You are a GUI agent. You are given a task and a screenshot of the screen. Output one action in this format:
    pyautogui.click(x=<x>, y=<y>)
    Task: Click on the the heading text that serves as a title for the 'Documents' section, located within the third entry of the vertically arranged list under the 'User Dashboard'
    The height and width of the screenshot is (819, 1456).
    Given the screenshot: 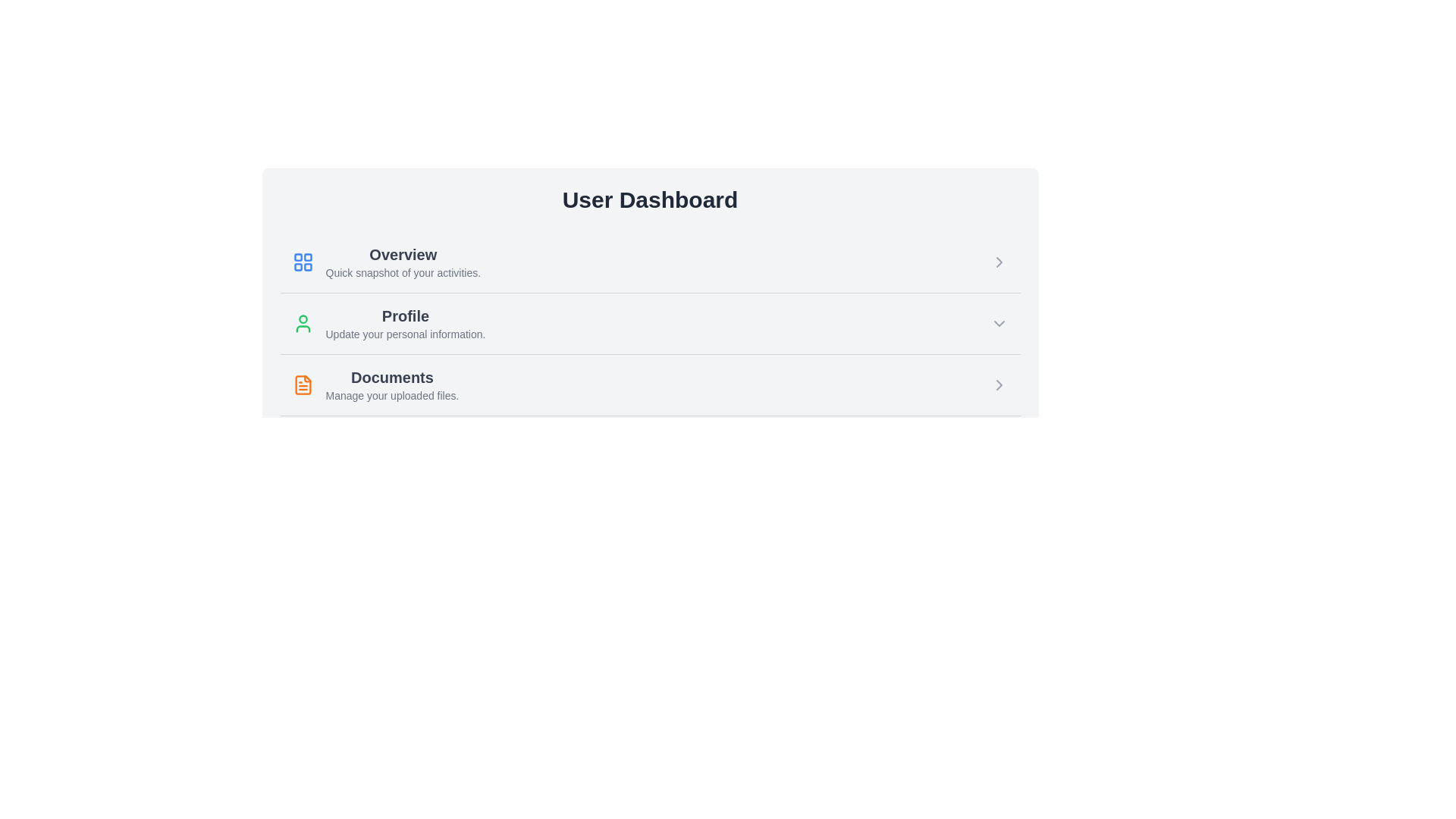 What is the action you would take?
    pyautogui.click(x=392, y=376)
    